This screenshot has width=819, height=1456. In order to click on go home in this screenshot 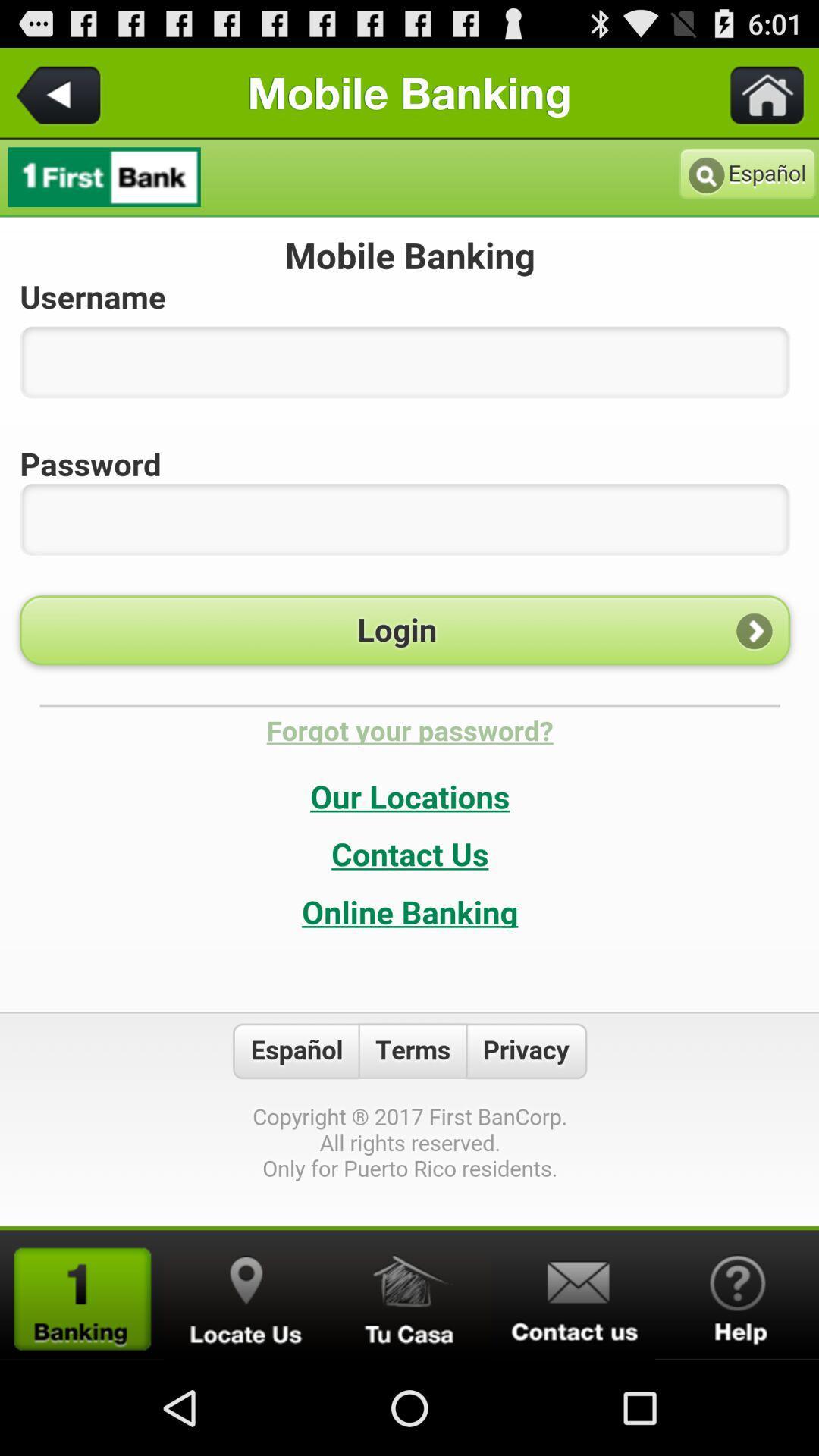, I will do `click(409, 1294)`.